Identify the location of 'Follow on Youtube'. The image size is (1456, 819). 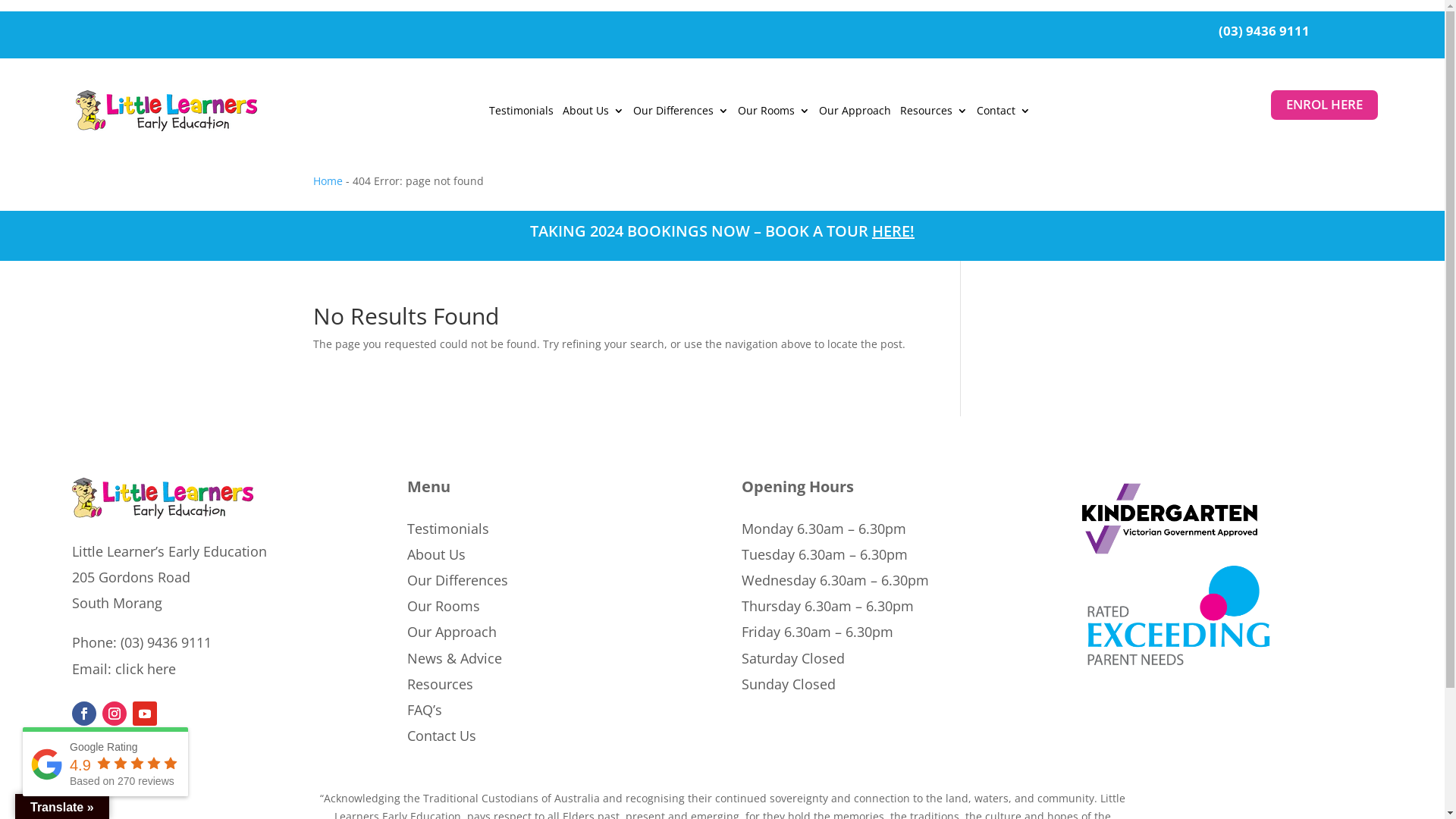
(145, 714).